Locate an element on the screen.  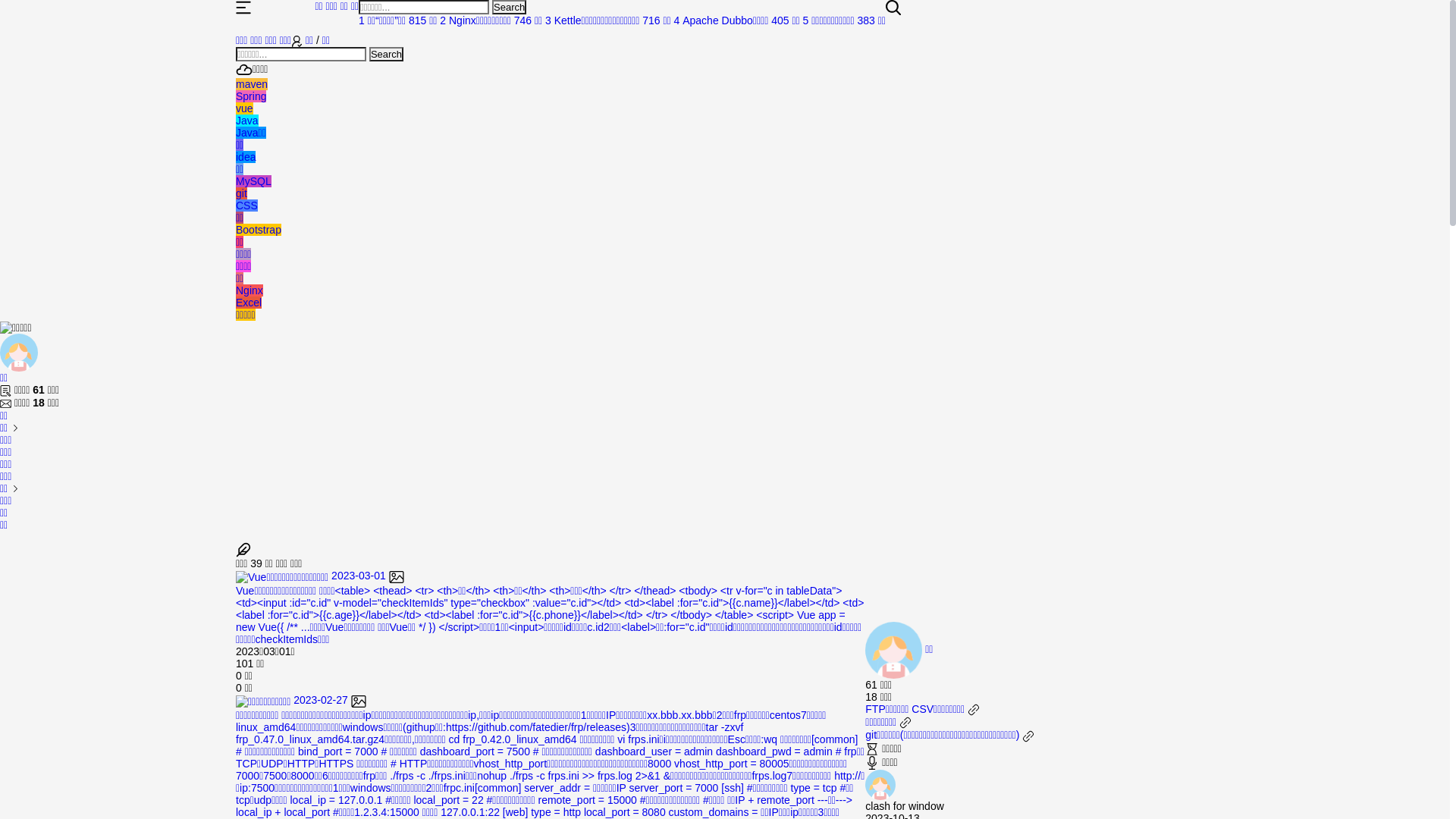
'Java' is located at coordinates (247, 119).